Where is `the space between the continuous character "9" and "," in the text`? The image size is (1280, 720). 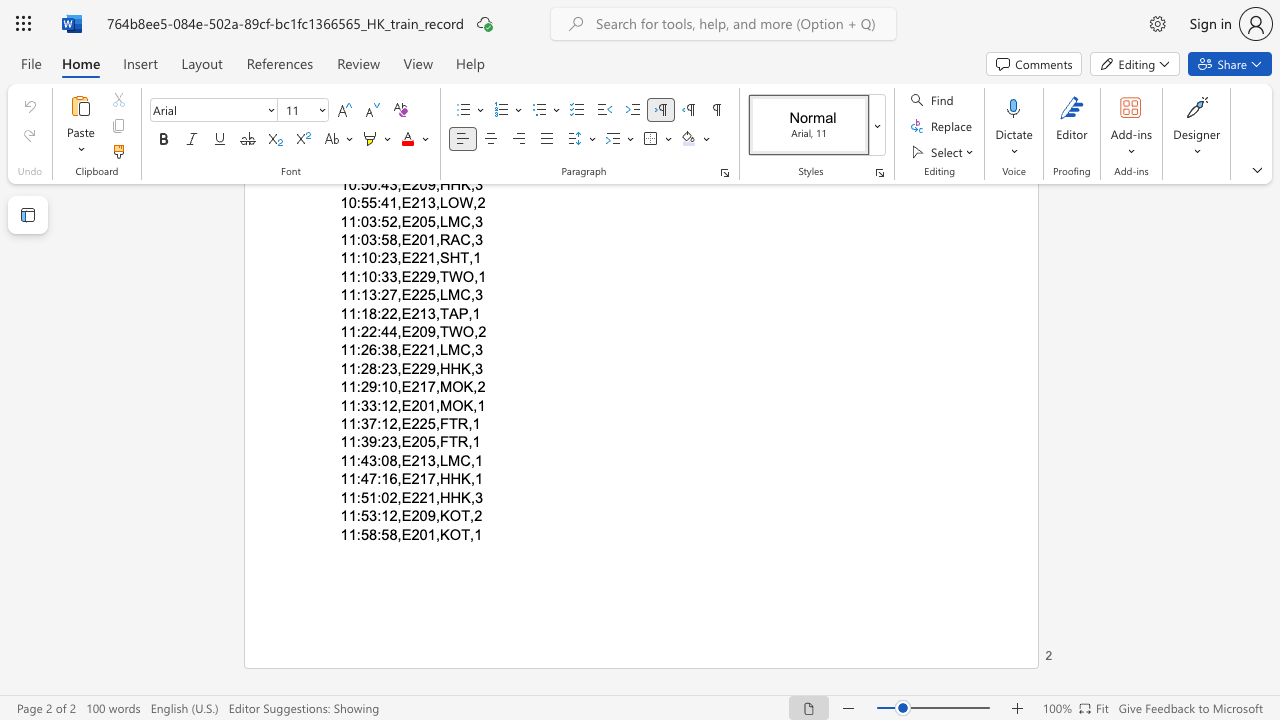 the space between the continuous character "9" and "," in the text is located at coordinates (433, 515).